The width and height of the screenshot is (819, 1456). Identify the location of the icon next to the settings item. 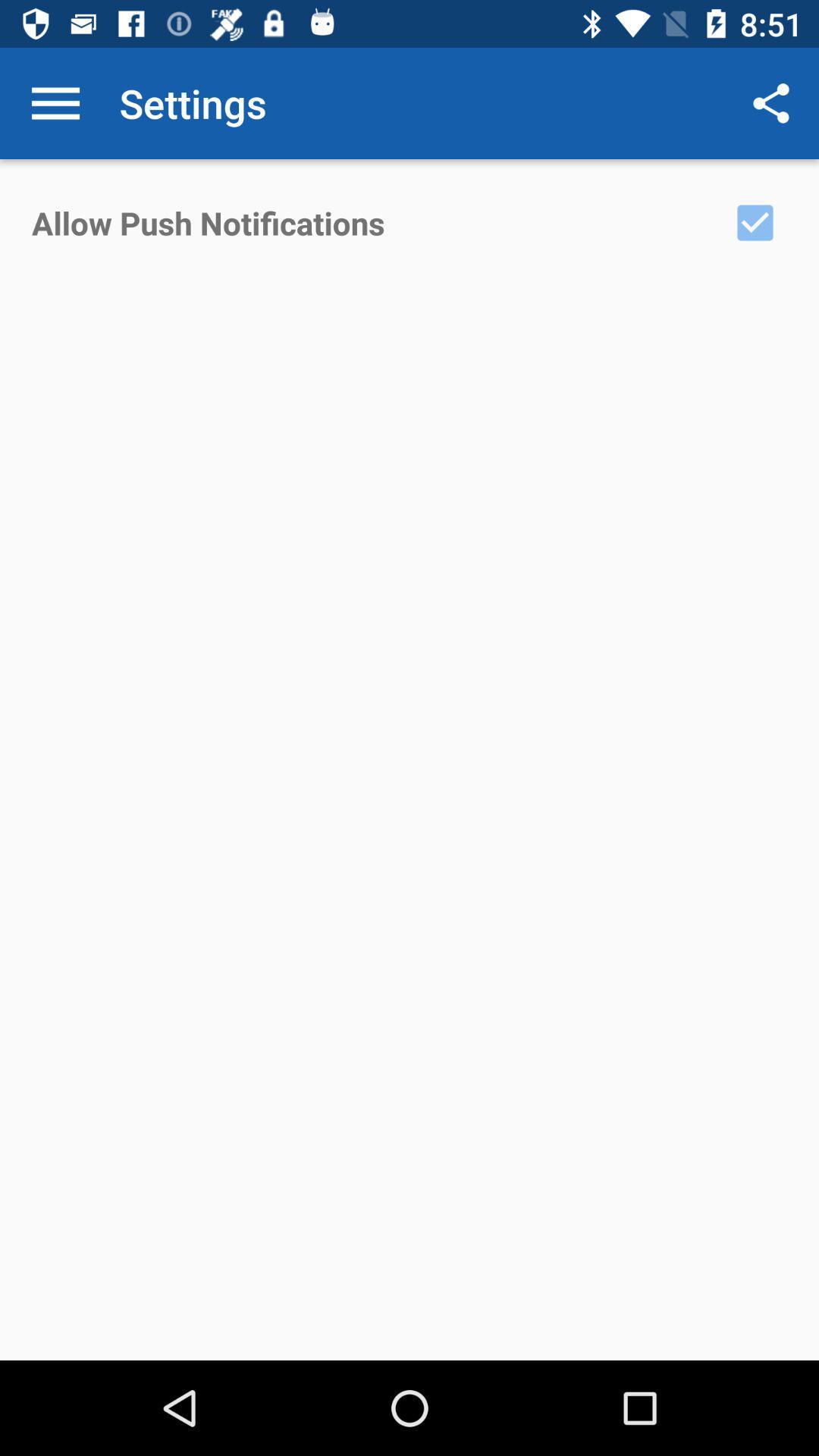
(55, 102).